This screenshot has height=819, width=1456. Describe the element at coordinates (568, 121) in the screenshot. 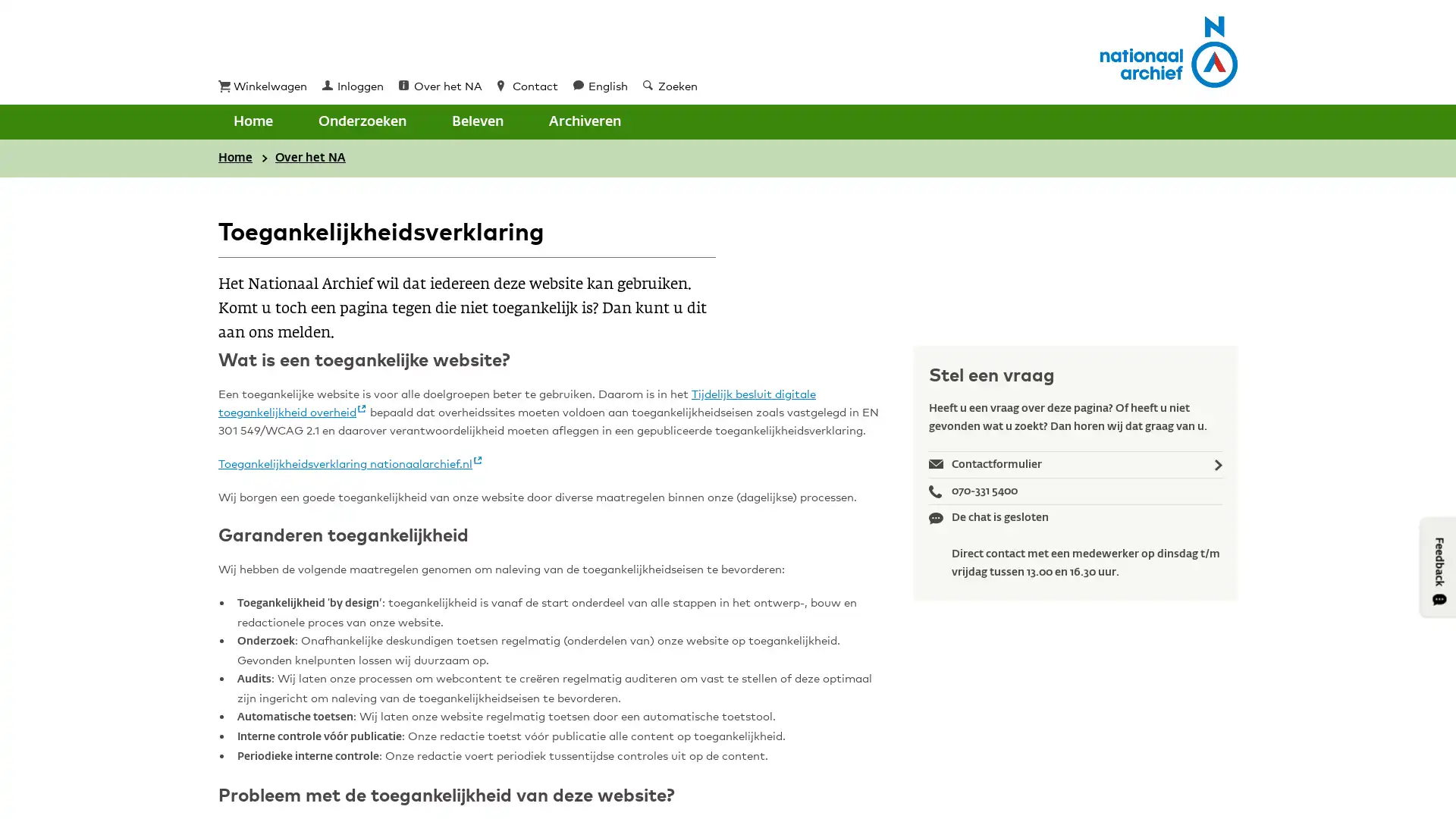

I see `Zoeken` at that location.